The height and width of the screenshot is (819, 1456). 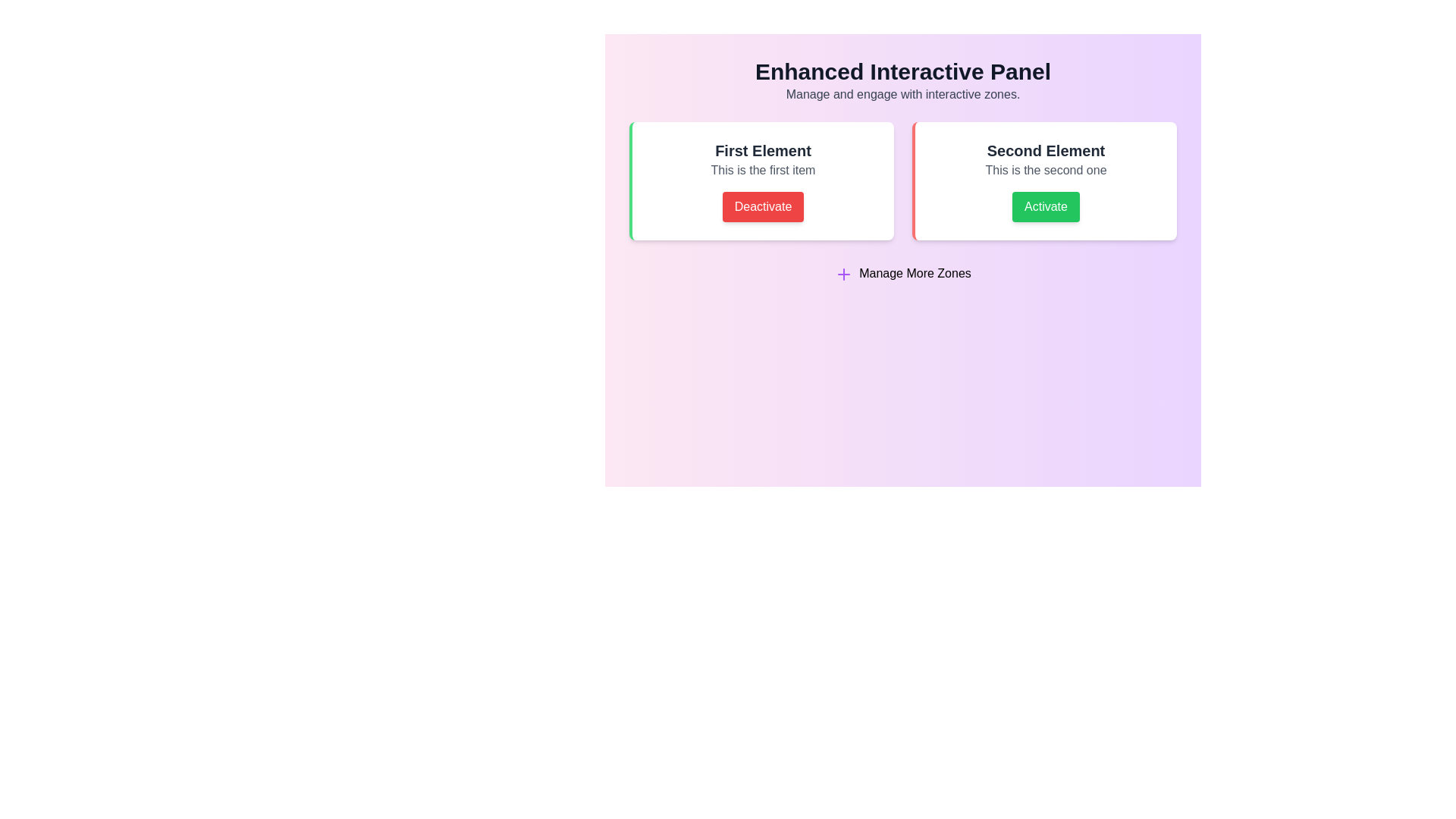 I want to click on the icon that serves as a visual indicator for adding or managing additional zones, located in the text line of 'Manage More Zones', so click(x=843, y=274).